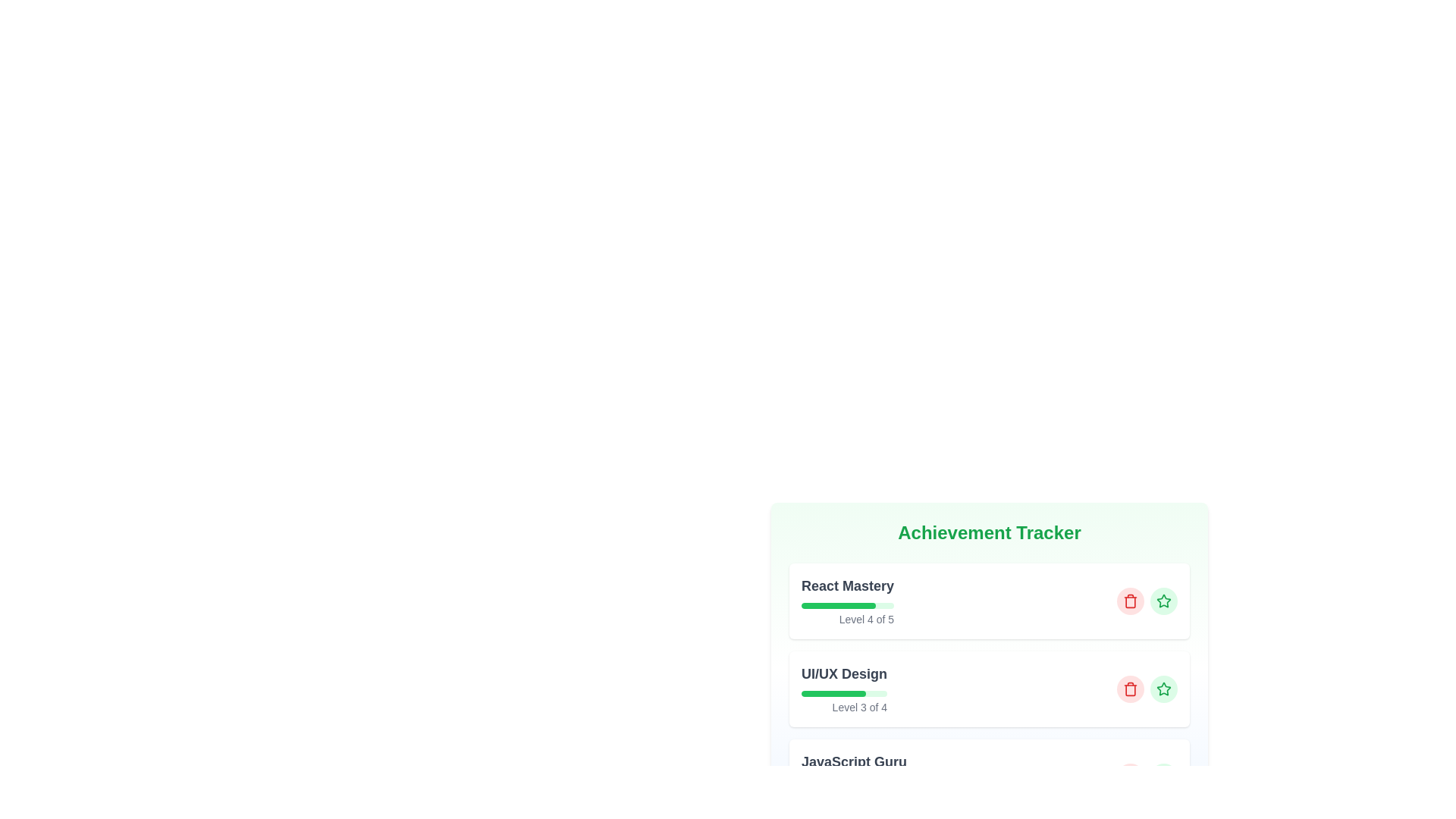 Image resolution: width=1456 pixels, height=819 pixels. I want to click on the thin horizontal progress bar with a rounded green background, which is positioned between the 'React Mastery' text and the 'Level 4 of 5' text within the card interface titled 'React Mastery', so click(847, 604).